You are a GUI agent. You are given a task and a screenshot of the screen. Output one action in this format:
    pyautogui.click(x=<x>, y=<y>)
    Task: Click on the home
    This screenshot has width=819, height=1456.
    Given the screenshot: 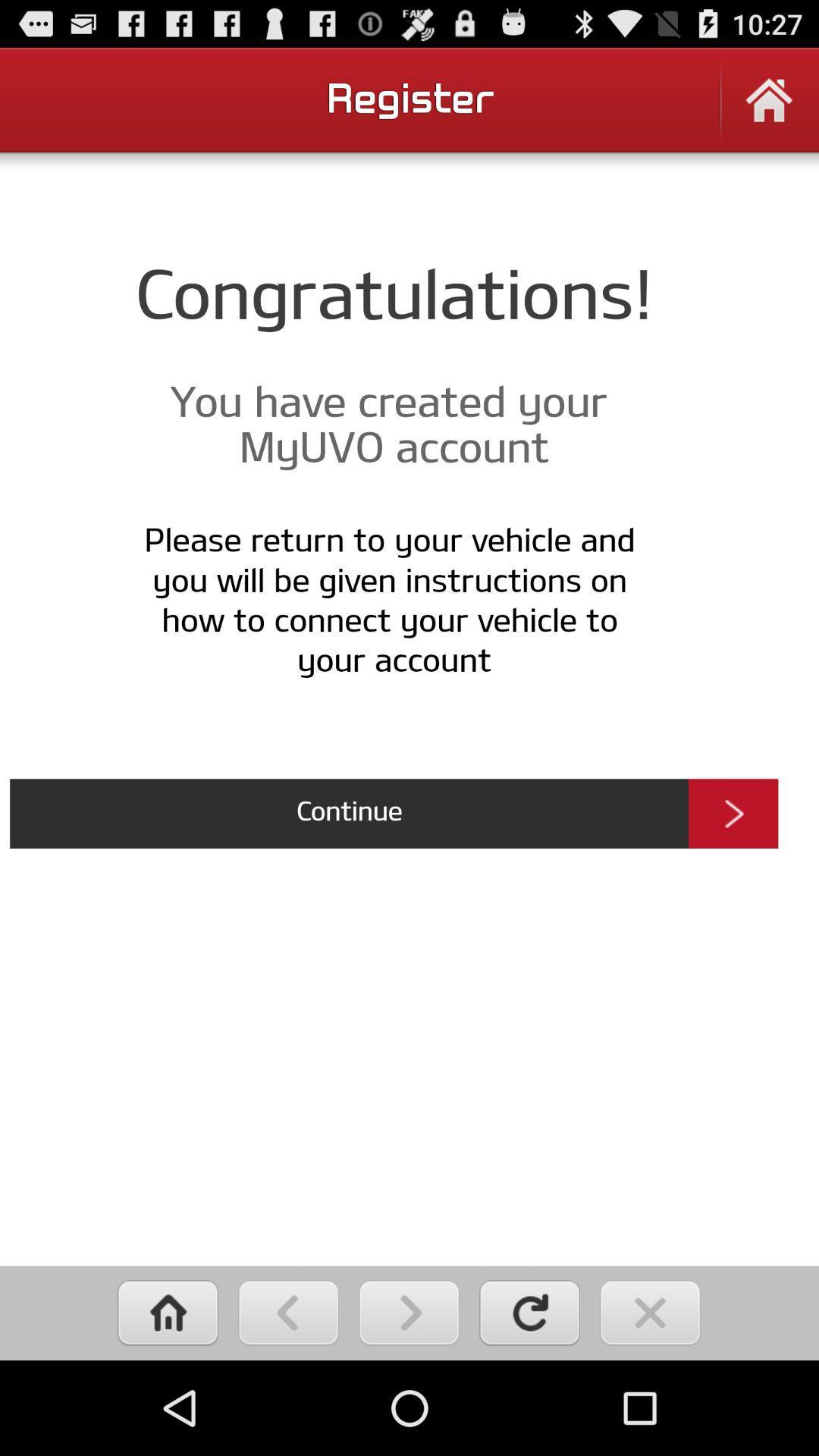 What is the action you would take?
    pyautogui.click(x=769, y=109)
    